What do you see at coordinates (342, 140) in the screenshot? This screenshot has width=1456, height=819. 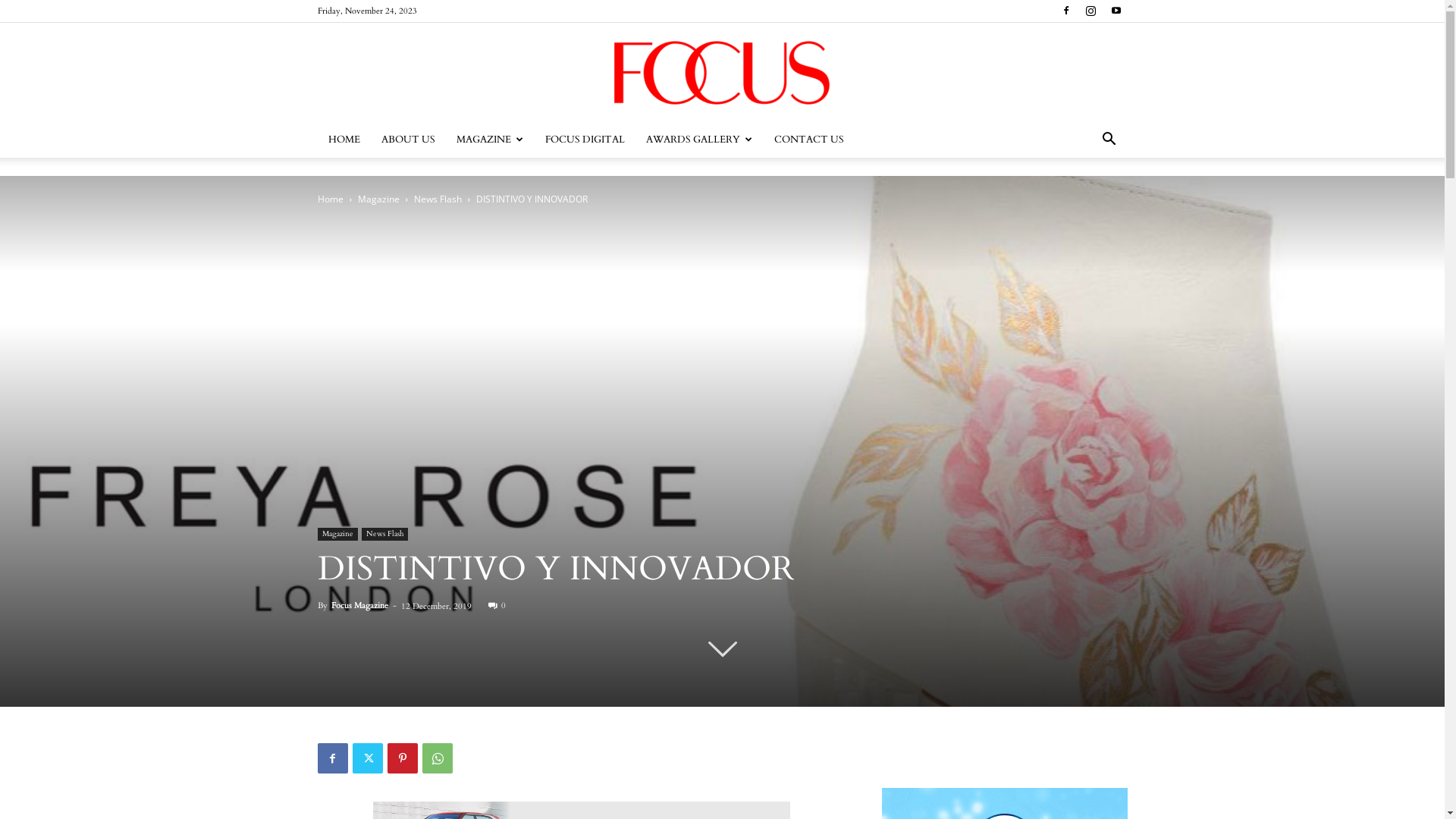 I see `'HOME'` at bounding box center [342, 140].